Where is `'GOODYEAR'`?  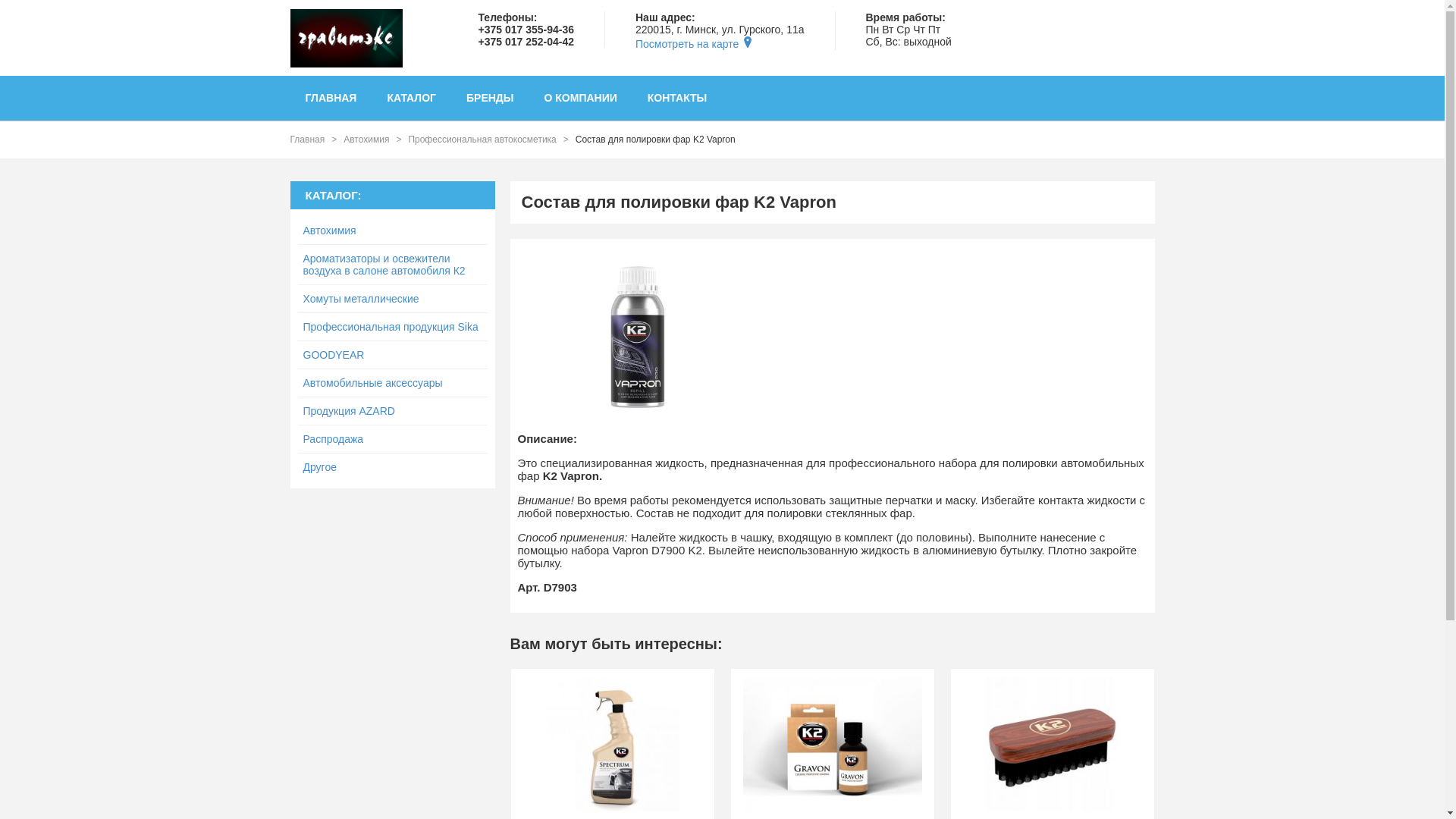
'GOODYEAR' is located at coordinates (392, 355).